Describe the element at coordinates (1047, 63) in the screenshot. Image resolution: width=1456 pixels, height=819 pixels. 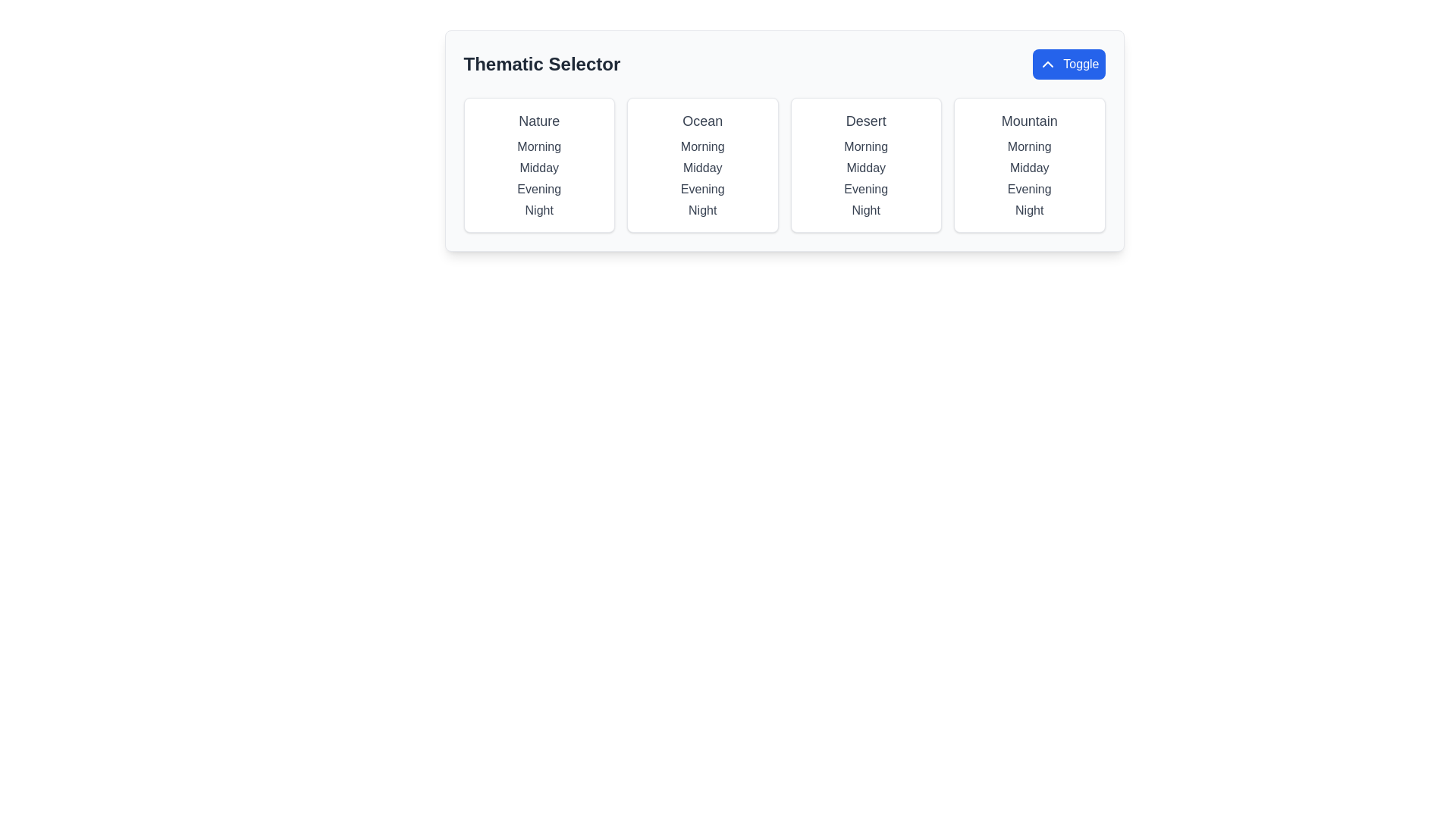
I see `the chevron icon inside the blue 'Toggle' button located in the top-right corner of the 'Thematic Selector' card` at that location.